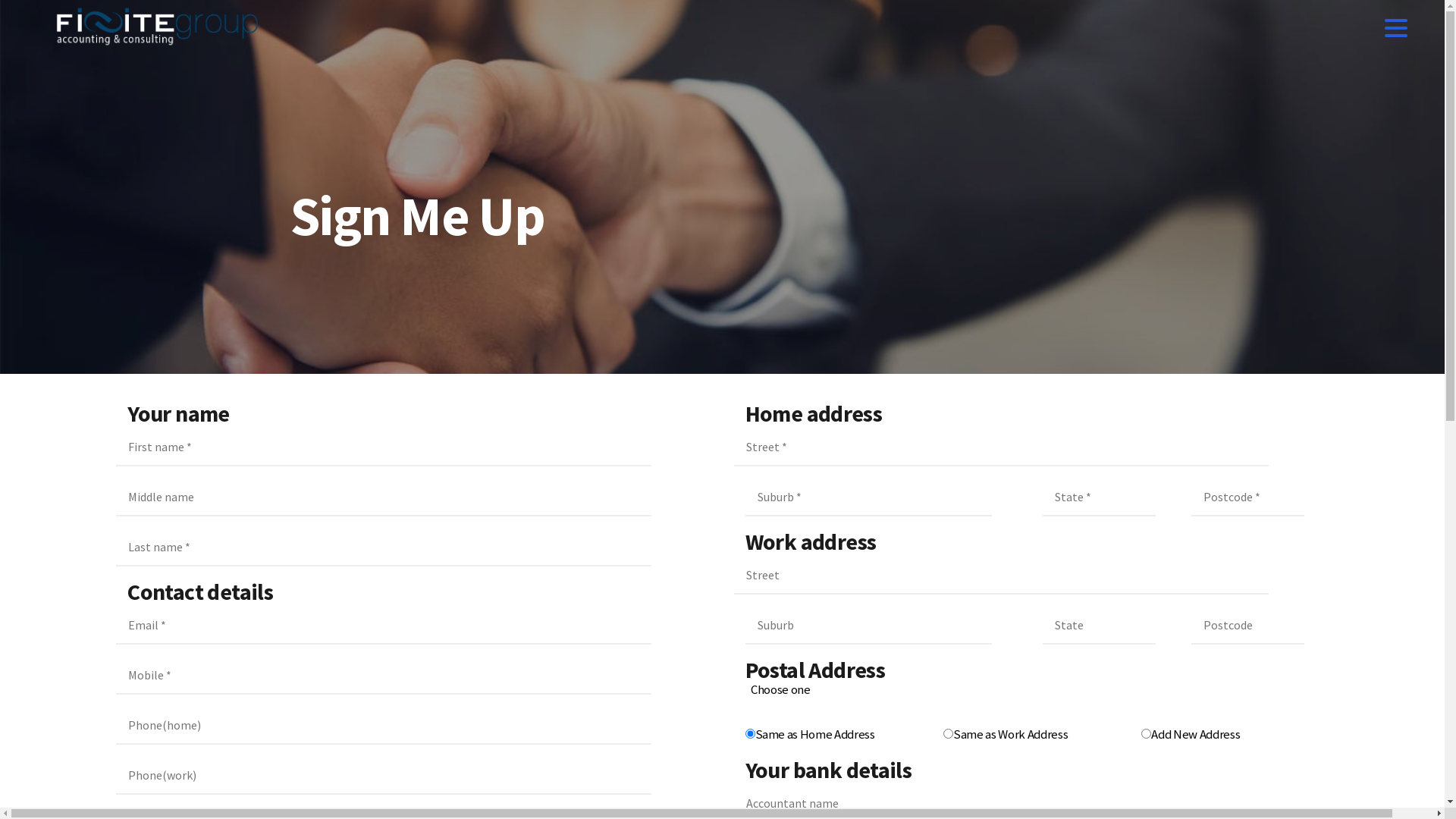  I want to click on 'Same as Work Address', so click(947, 733).